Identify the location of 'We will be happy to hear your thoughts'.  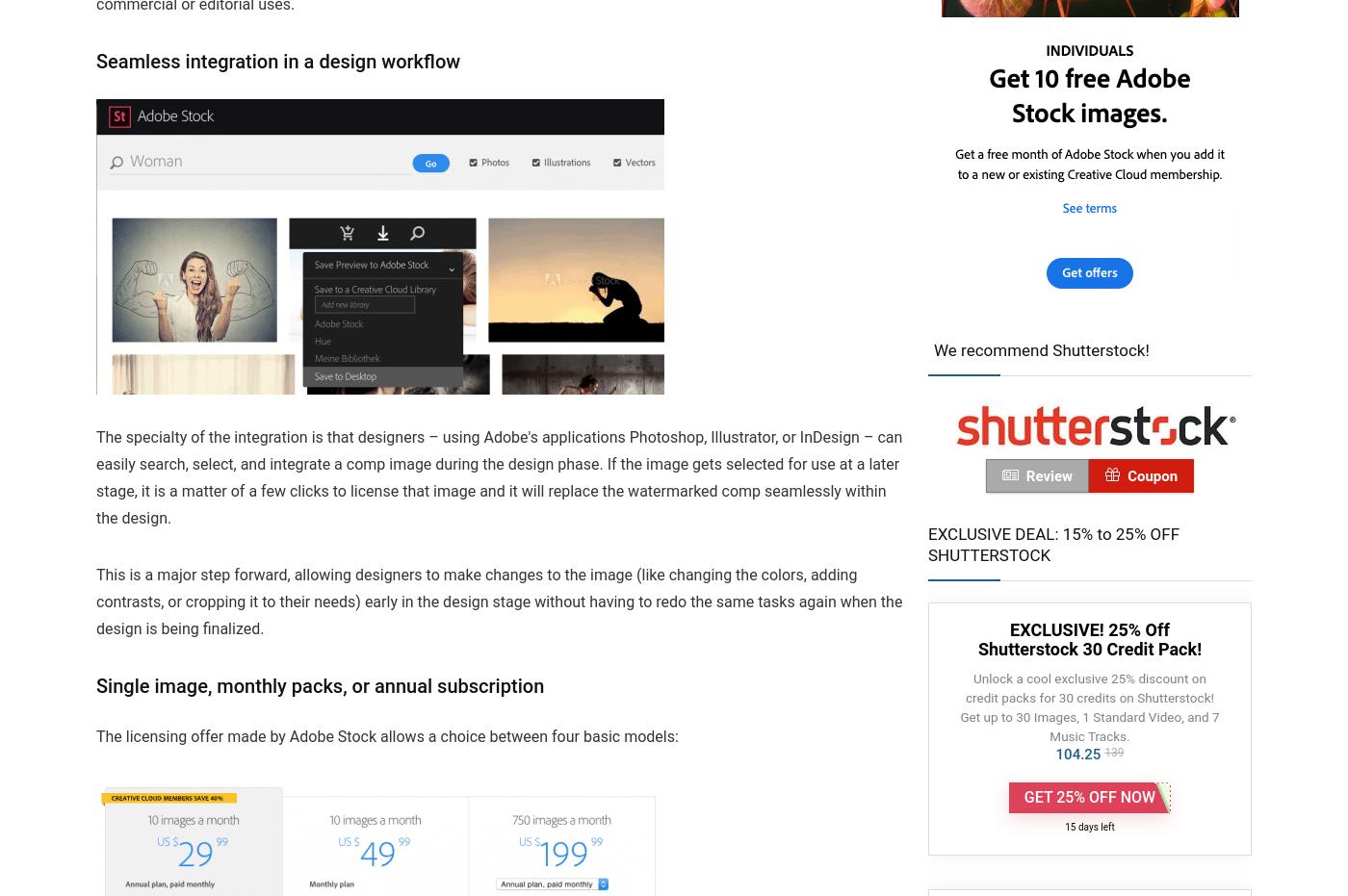
(95, 196).